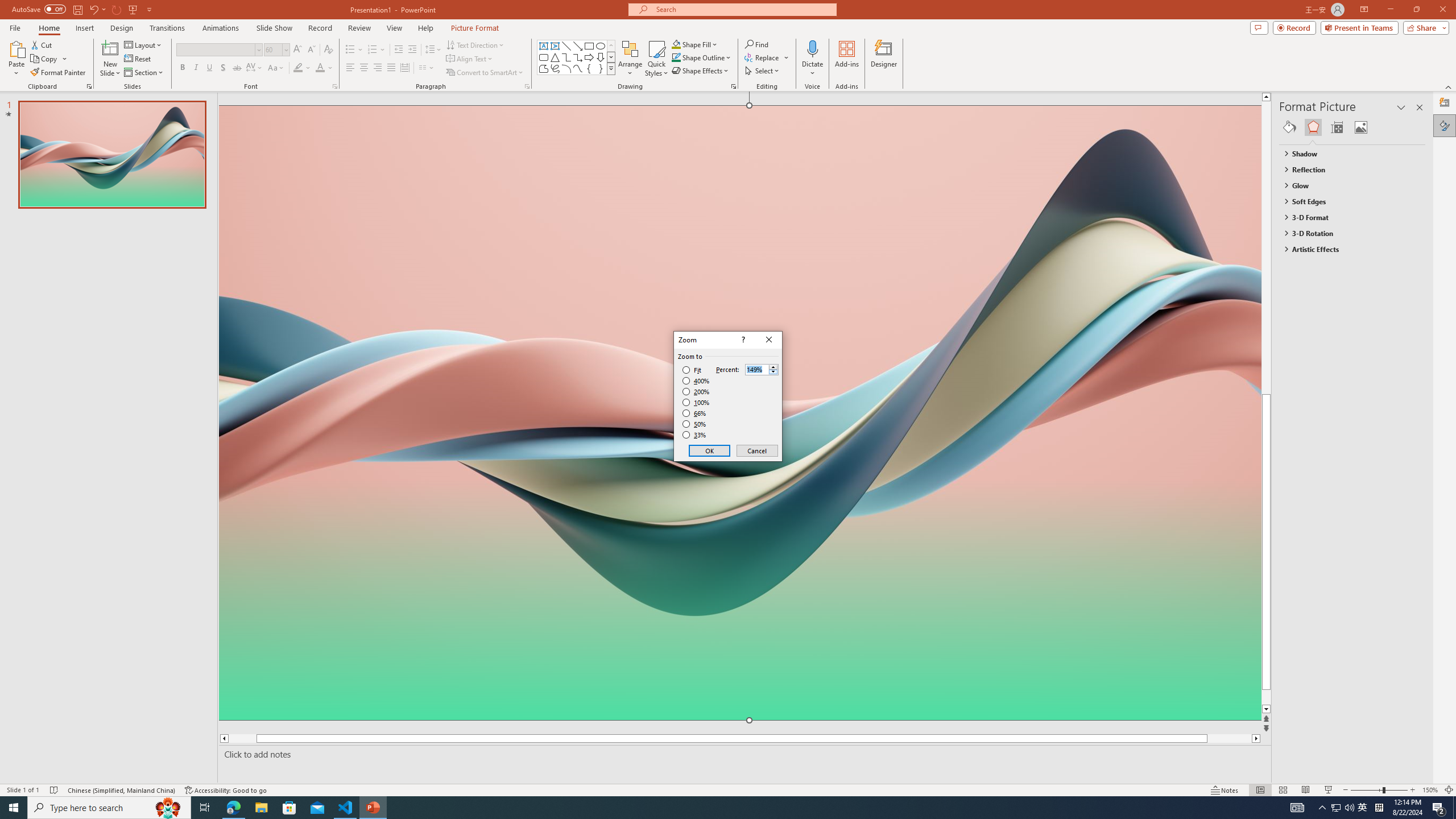 This screenshot has width=1456, height=819. What do you see at coordinates (1352, 126) in the screenshot?
I see `'Class: NetUIGalleryContainer'` at bounding box center [1352, 126].